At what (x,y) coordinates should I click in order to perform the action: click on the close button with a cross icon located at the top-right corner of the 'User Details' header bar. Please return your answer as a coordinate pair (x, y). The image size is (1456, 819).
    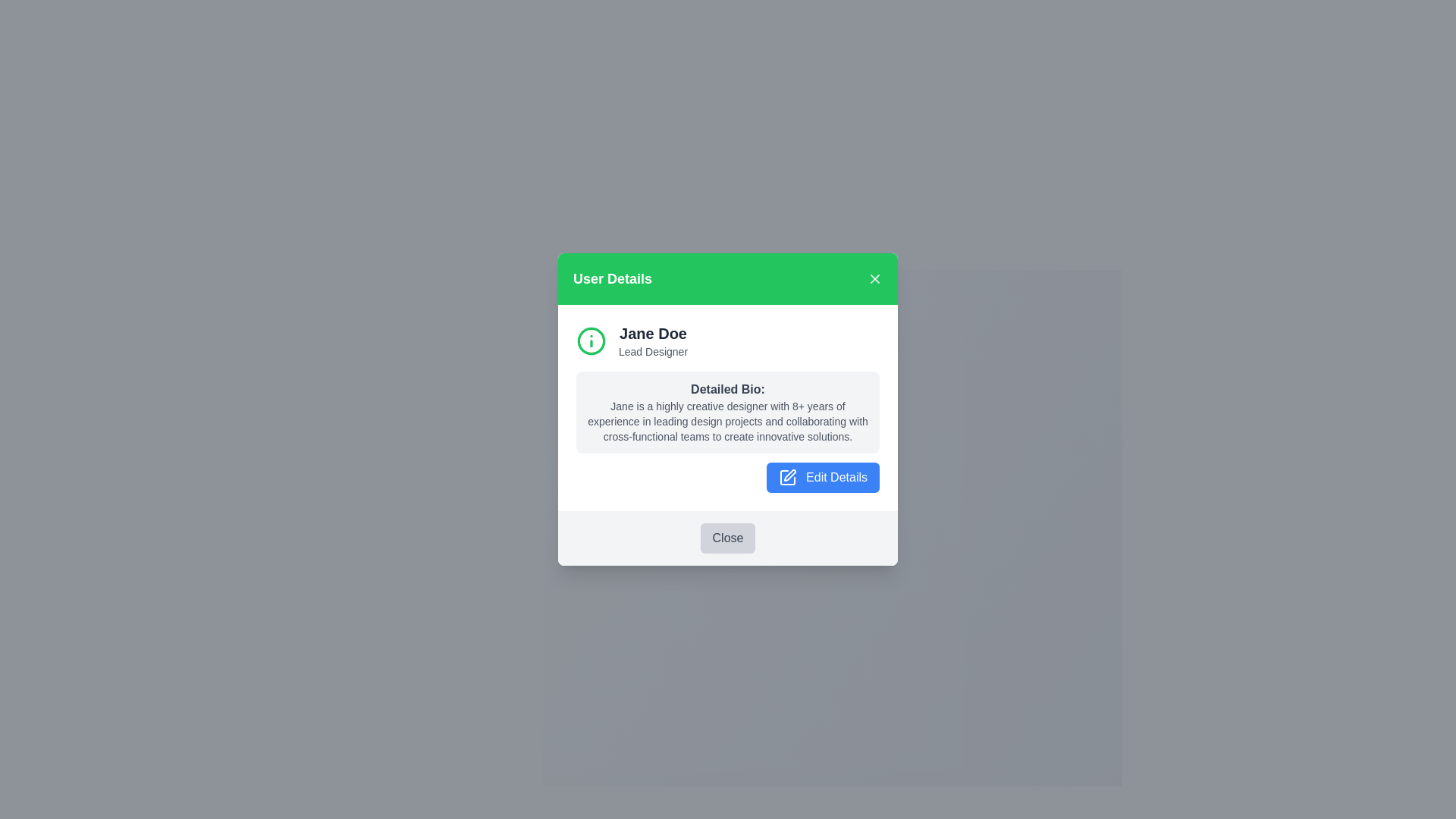
    Looking at the image, I should click on (874, 278).